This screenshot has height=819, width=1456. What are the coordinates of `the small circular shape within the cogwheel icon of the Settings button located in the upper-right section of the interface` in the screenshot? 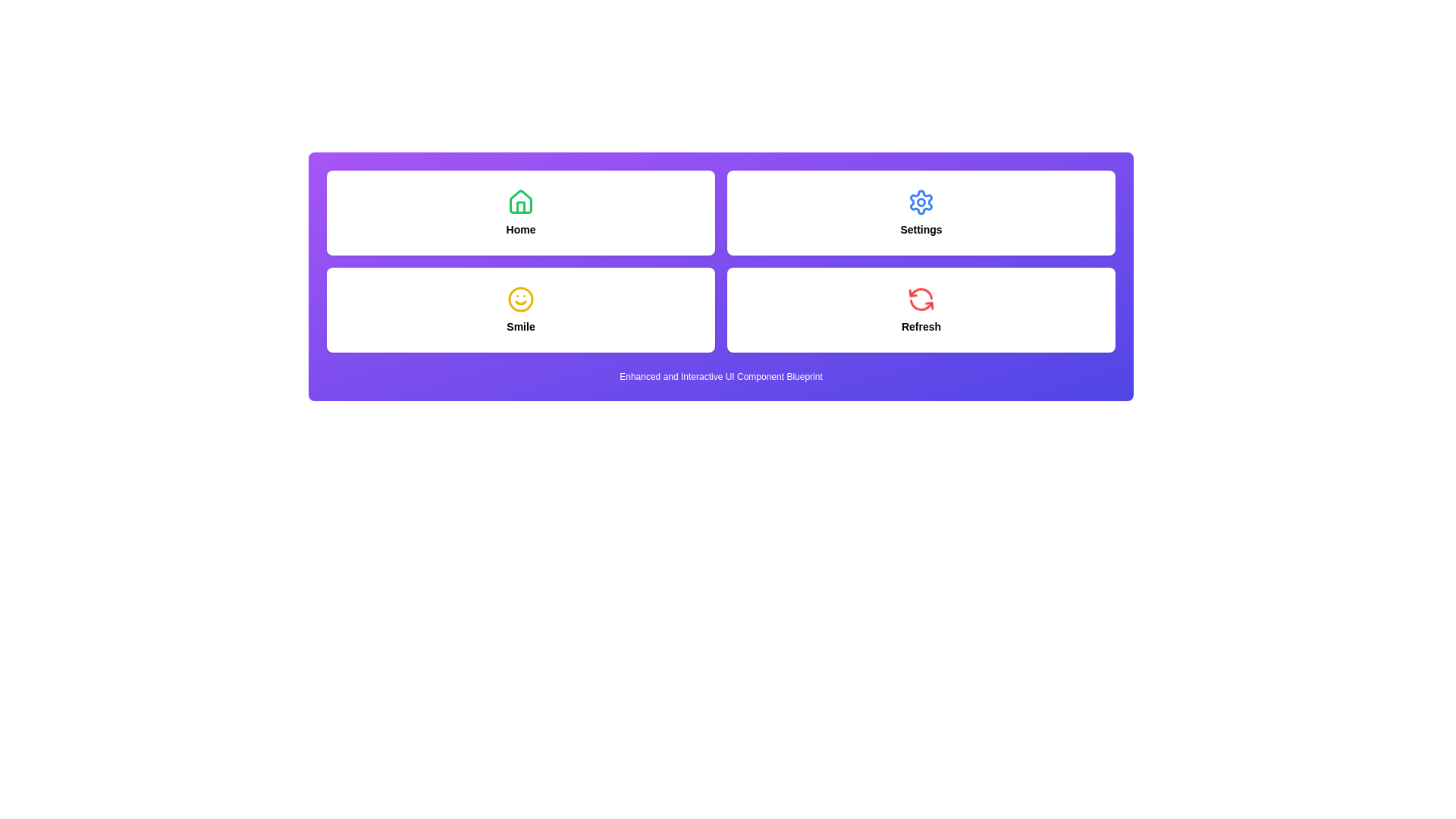 It's located at (920, 201).